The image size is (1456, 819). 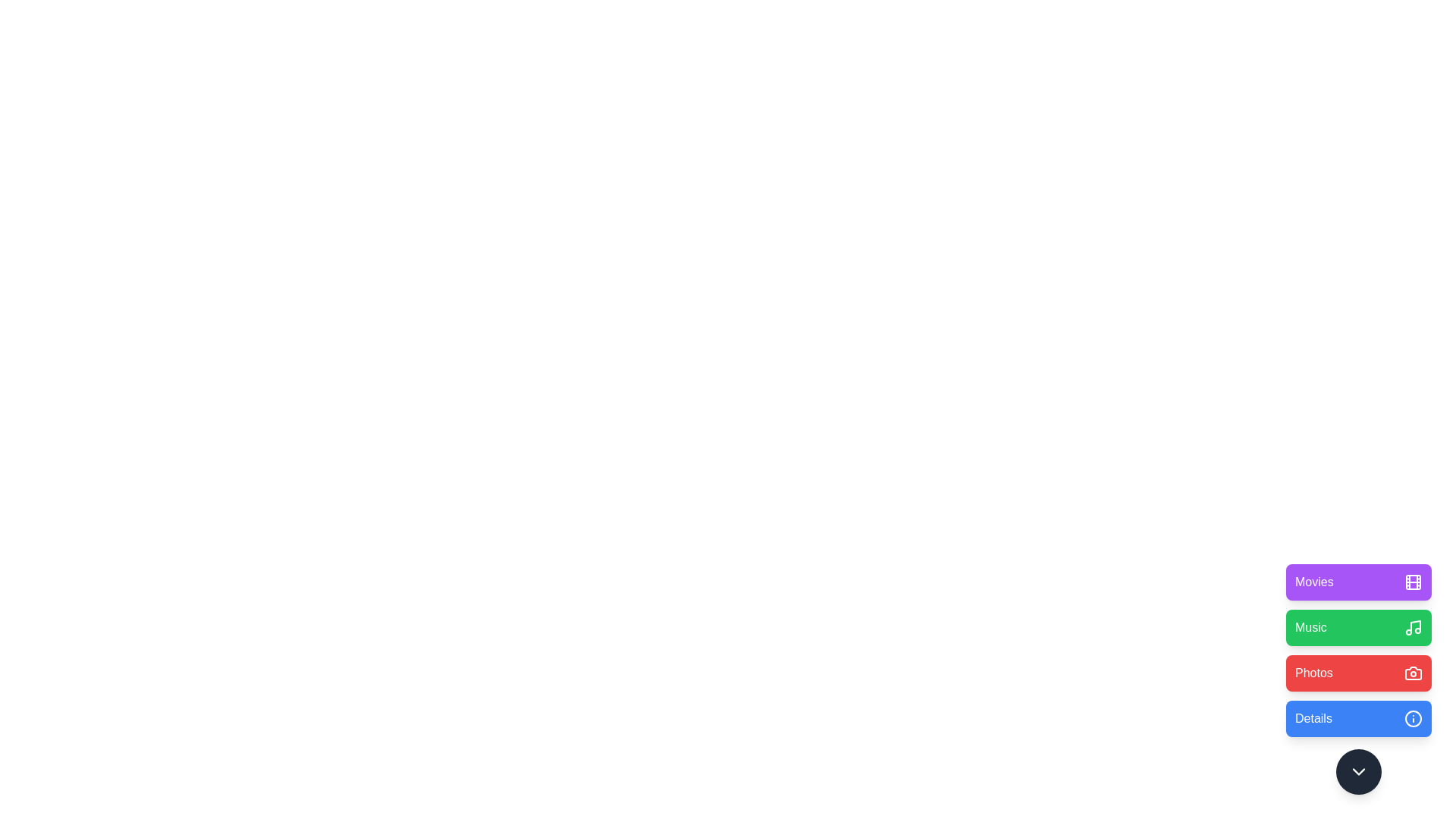 I want to click on the 'Photos' button, so click(x=1358, y=672).